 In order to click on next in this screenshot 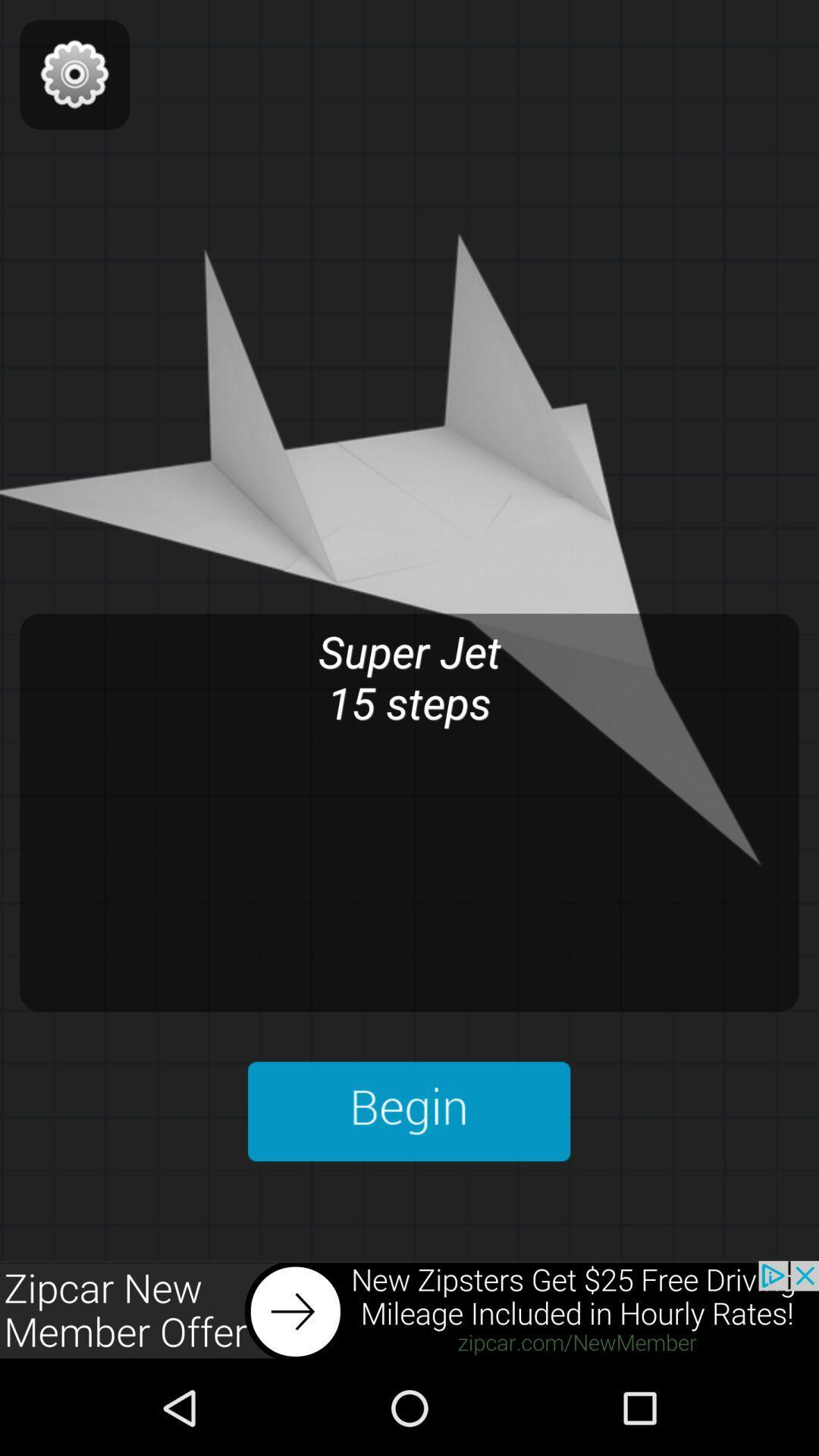, I will do `click(409, 1310)`.